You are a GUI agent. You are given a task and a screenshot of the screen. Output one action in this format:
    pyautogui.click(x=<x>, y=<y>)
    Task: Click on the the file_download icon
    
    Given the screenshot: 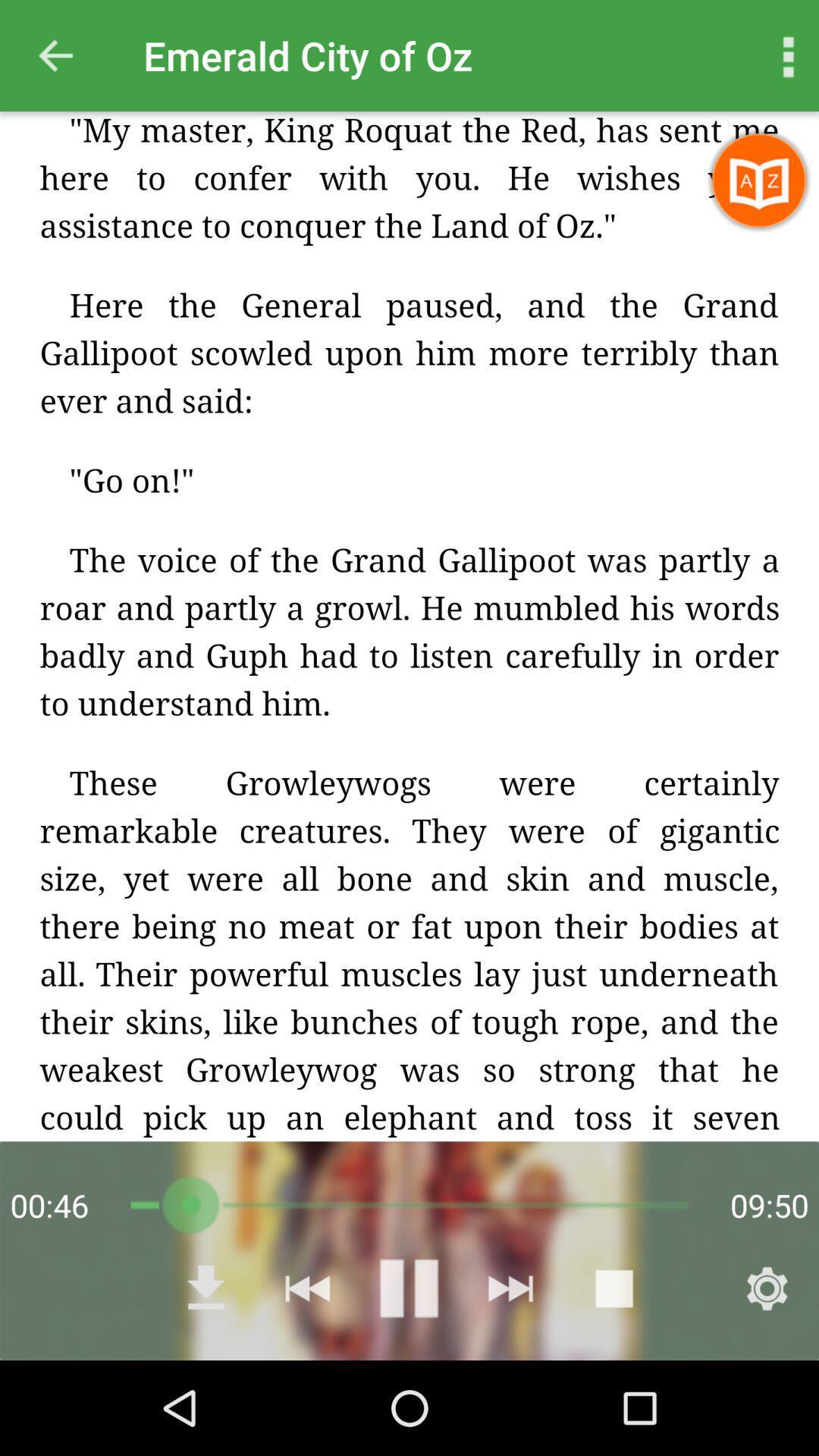 What is the action you would take?
    pyautogui.click(x=206, y=1288)
    